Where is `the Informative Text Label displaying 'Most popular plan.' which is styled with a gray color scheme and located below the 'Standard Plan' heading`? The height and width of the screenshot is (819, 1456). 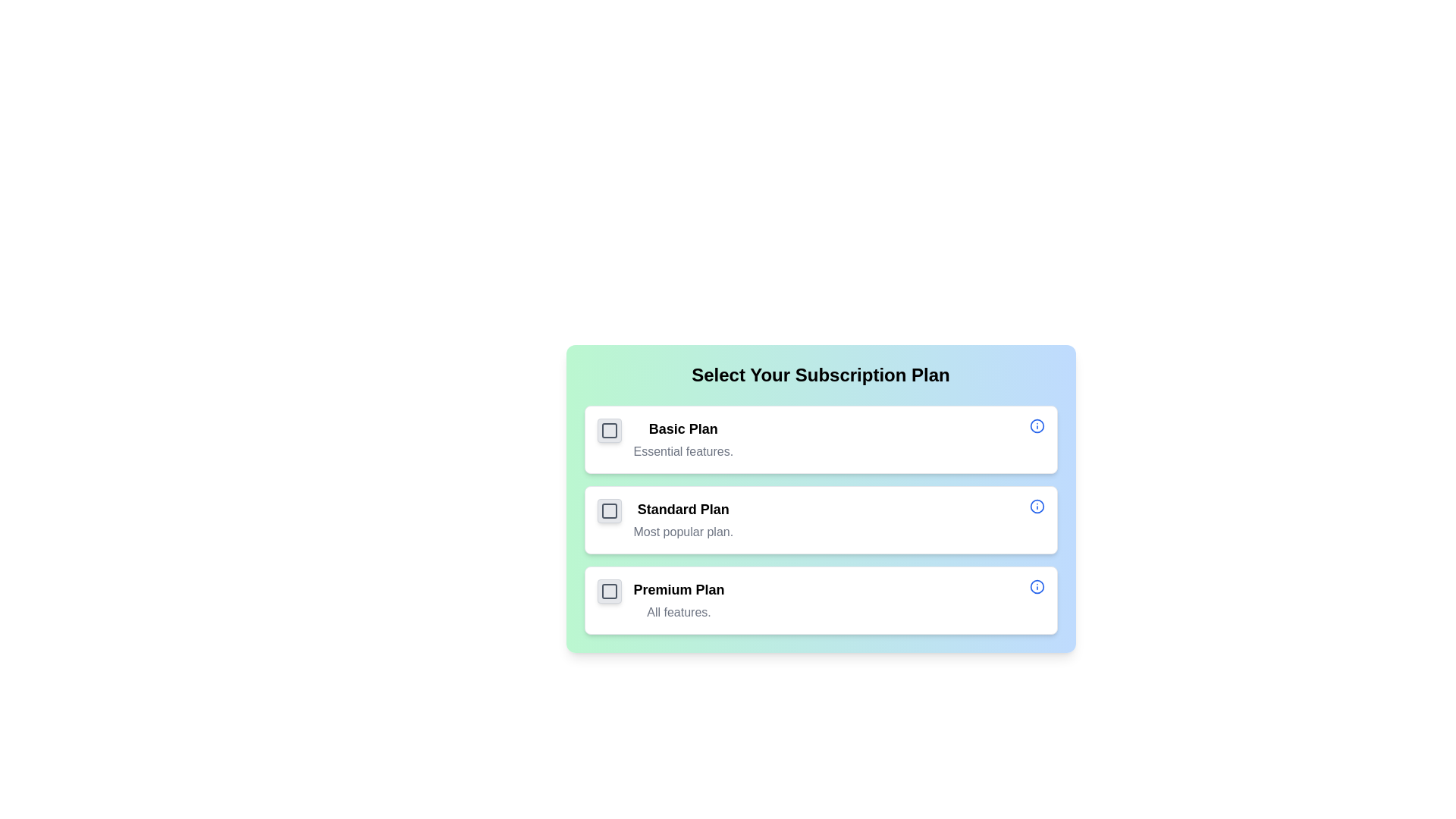 the Informative Text Label displaying 'Most popular plan.' which is styled with a gray color scheme and located below the 'Standard Plan' heading is located at coordinates (682, 532).